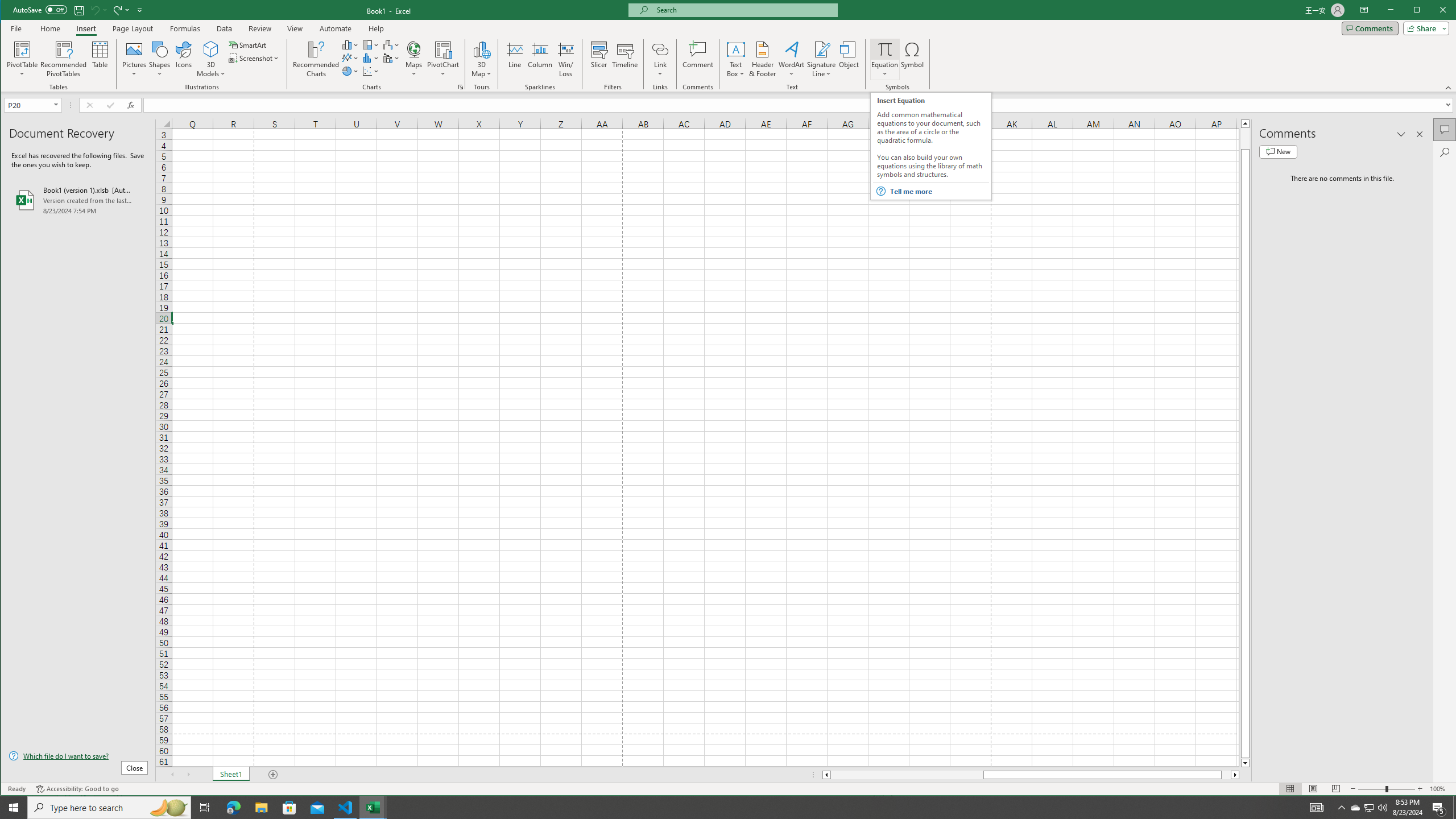 Image resolution: width=1456 pixels, height=819 pixels. I want to click on 'Column', so click(540, 59).